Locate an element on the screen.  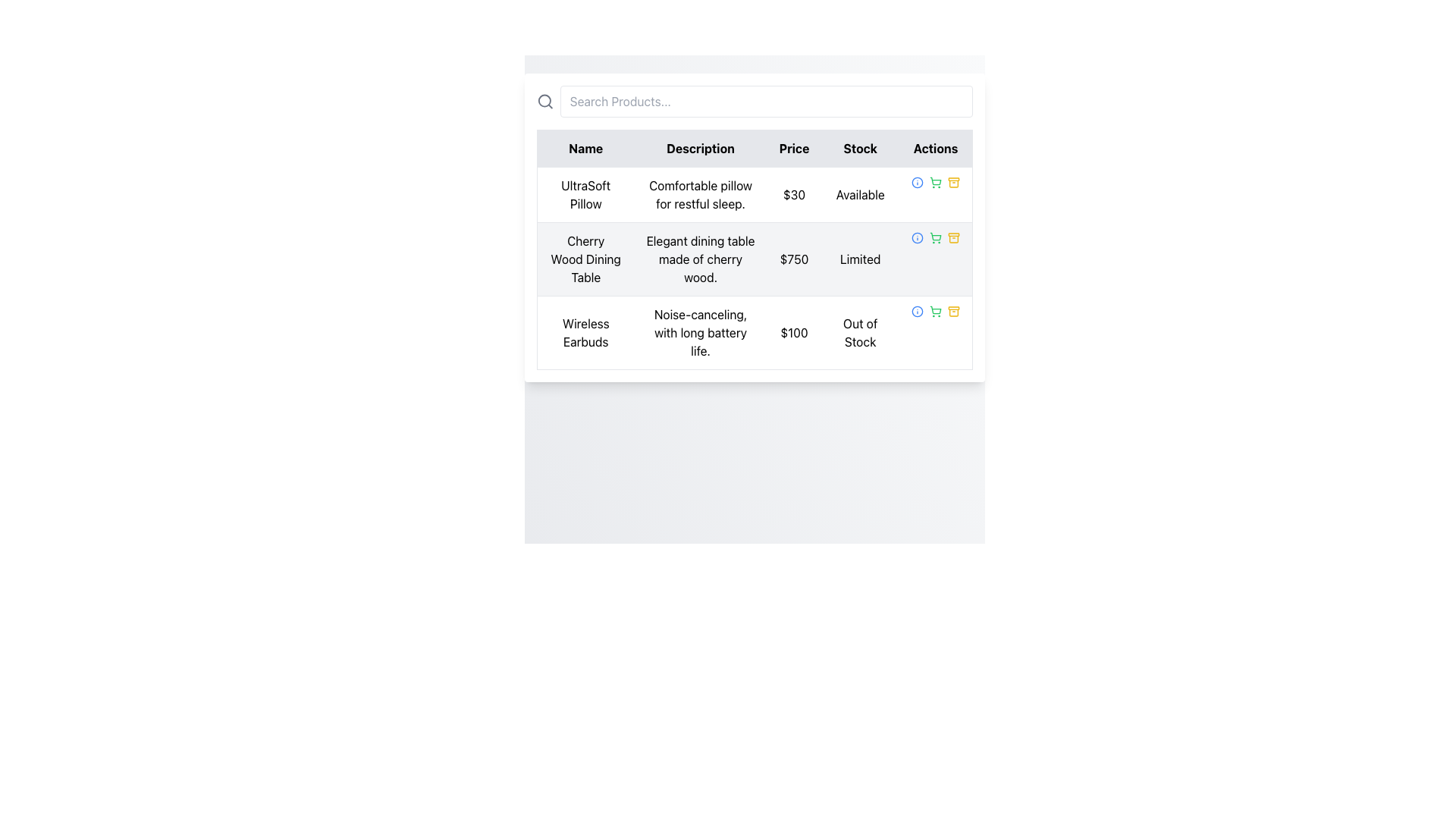
the static text label indicating the stock status of 'UltraSoft Pillow' which shows 'Available' in the 'Stock' column of the table is located at coordinates (860, 194).